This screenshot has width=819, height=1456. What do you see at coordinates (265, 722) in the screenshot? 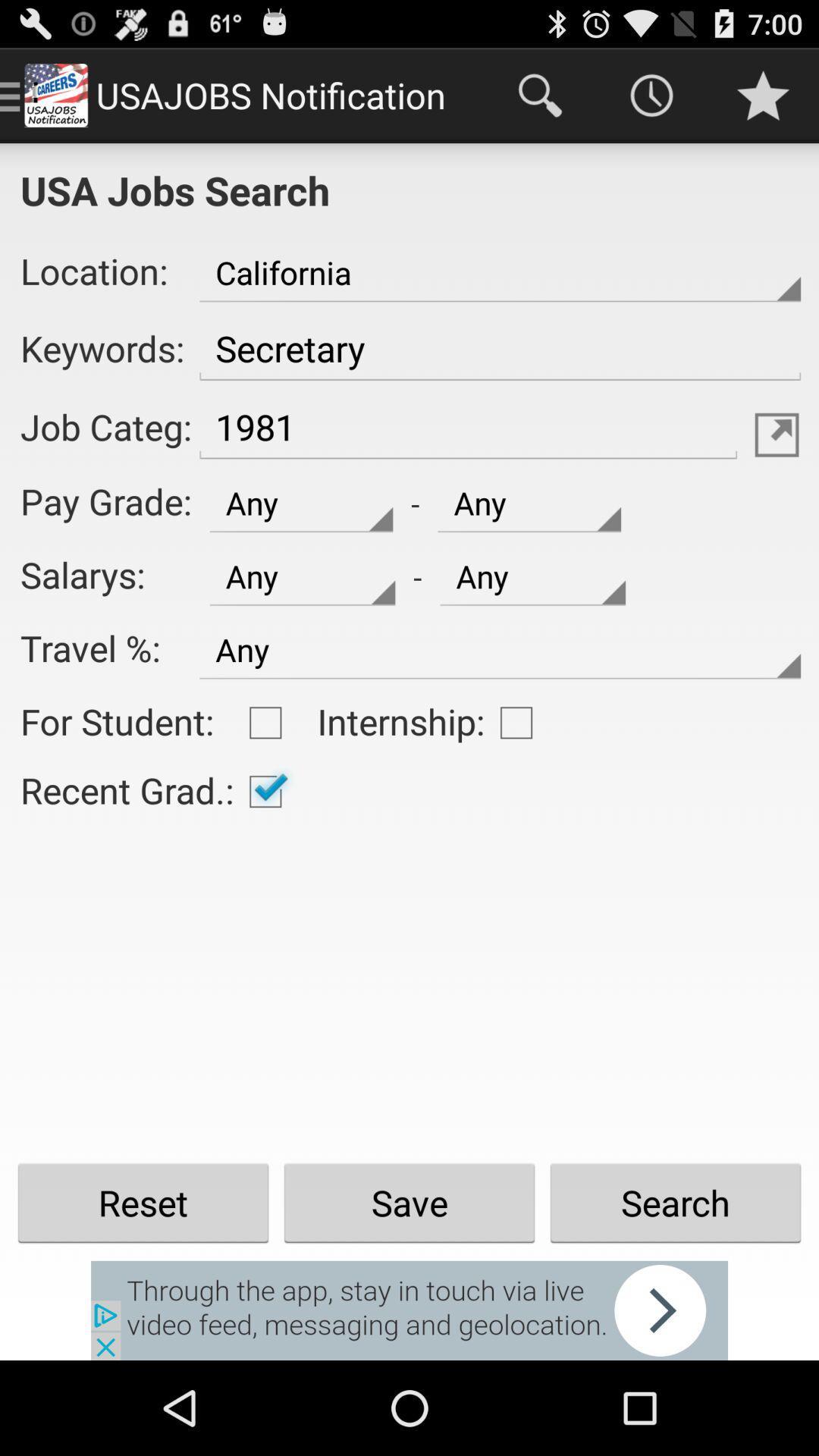
I see `this option` at bounding box center [265, 722].